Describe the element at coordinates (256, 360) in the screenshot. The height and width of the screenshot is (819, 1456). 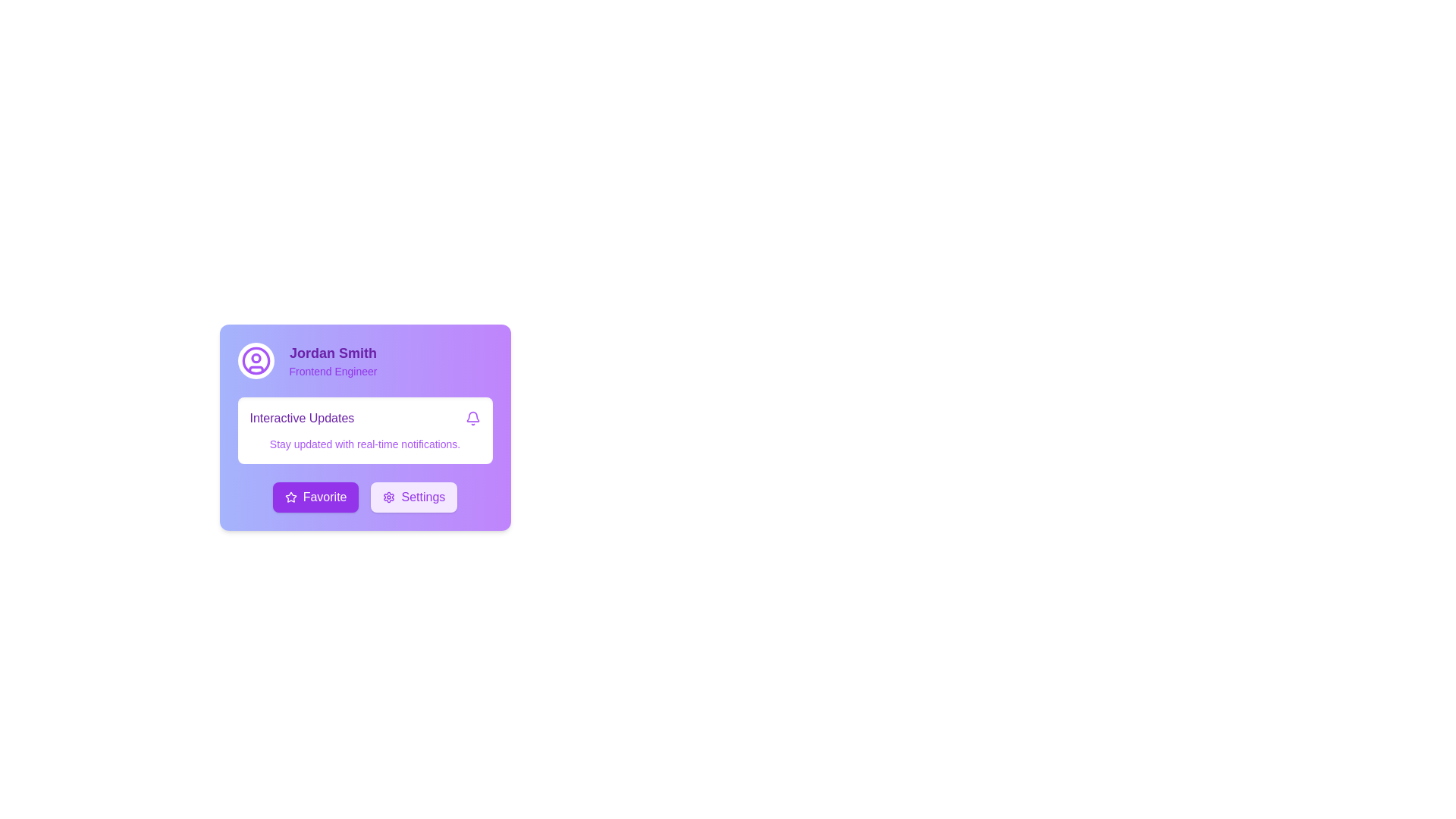
I see `the circular icon with a white background and a purple user profile graphic depicting a simplistic human avatar` at that location.